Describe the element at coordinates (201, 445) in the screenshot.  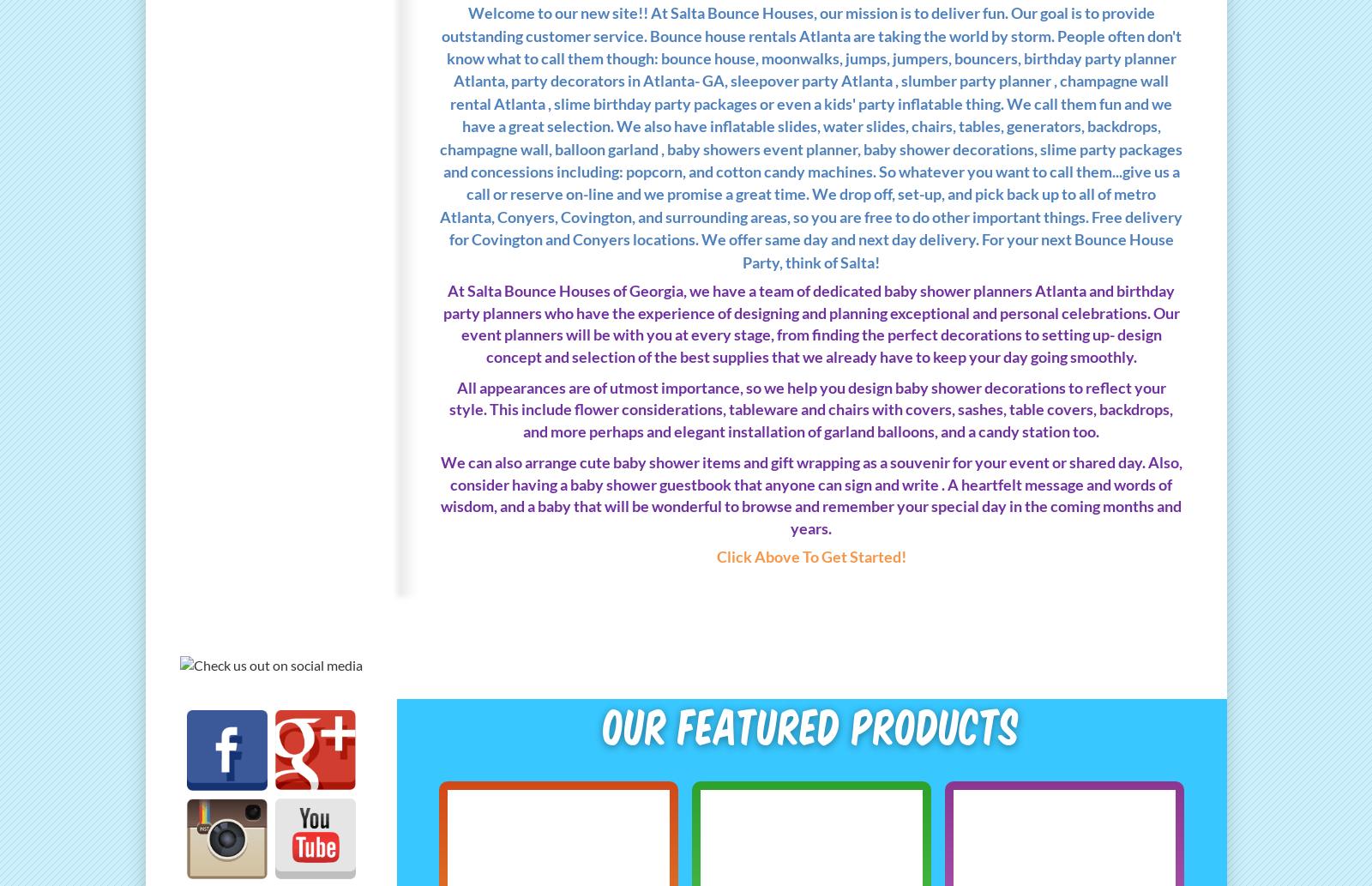
I see `'Info/FAQs'` at that location.